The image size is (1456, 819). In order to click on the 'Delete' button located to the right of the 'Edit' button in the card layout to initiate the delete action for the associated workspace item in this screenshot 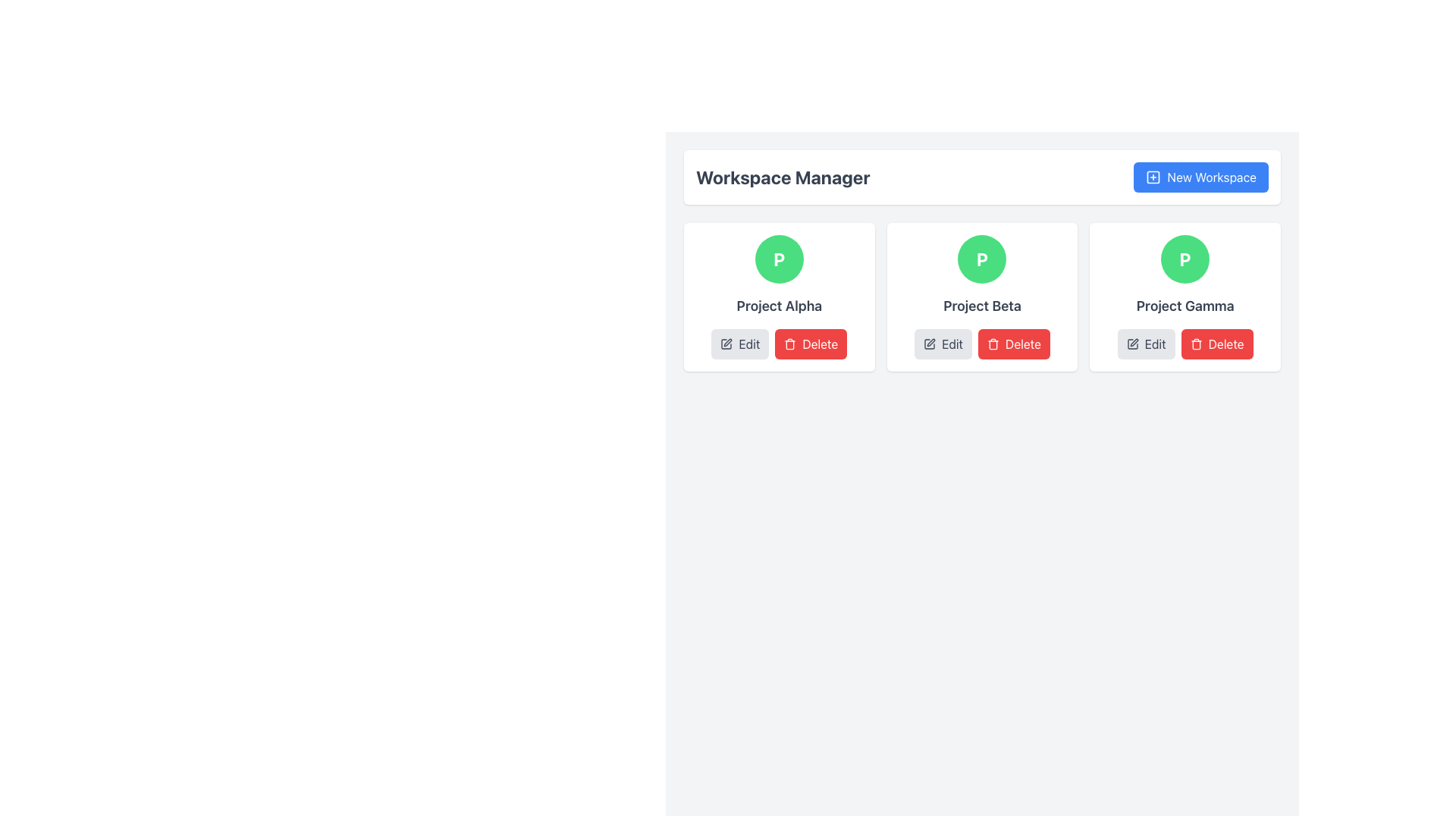, I will do `click(810, 344)`.